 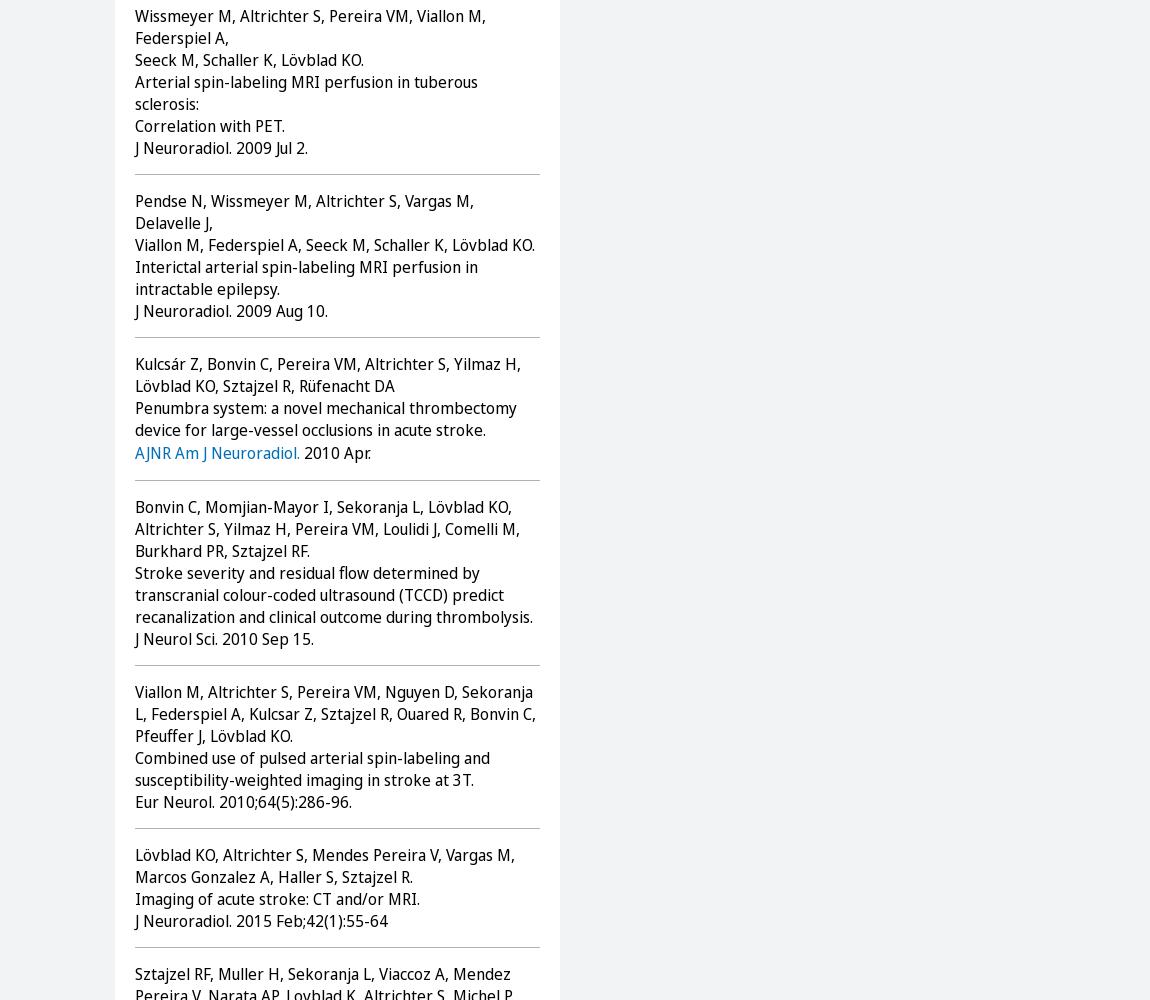 What do you see at coordinates (242, 801) in the screenshot?
I see `'Eur Neurol. 2010;64(5):286-96.'` at bounding box center [242, 801].